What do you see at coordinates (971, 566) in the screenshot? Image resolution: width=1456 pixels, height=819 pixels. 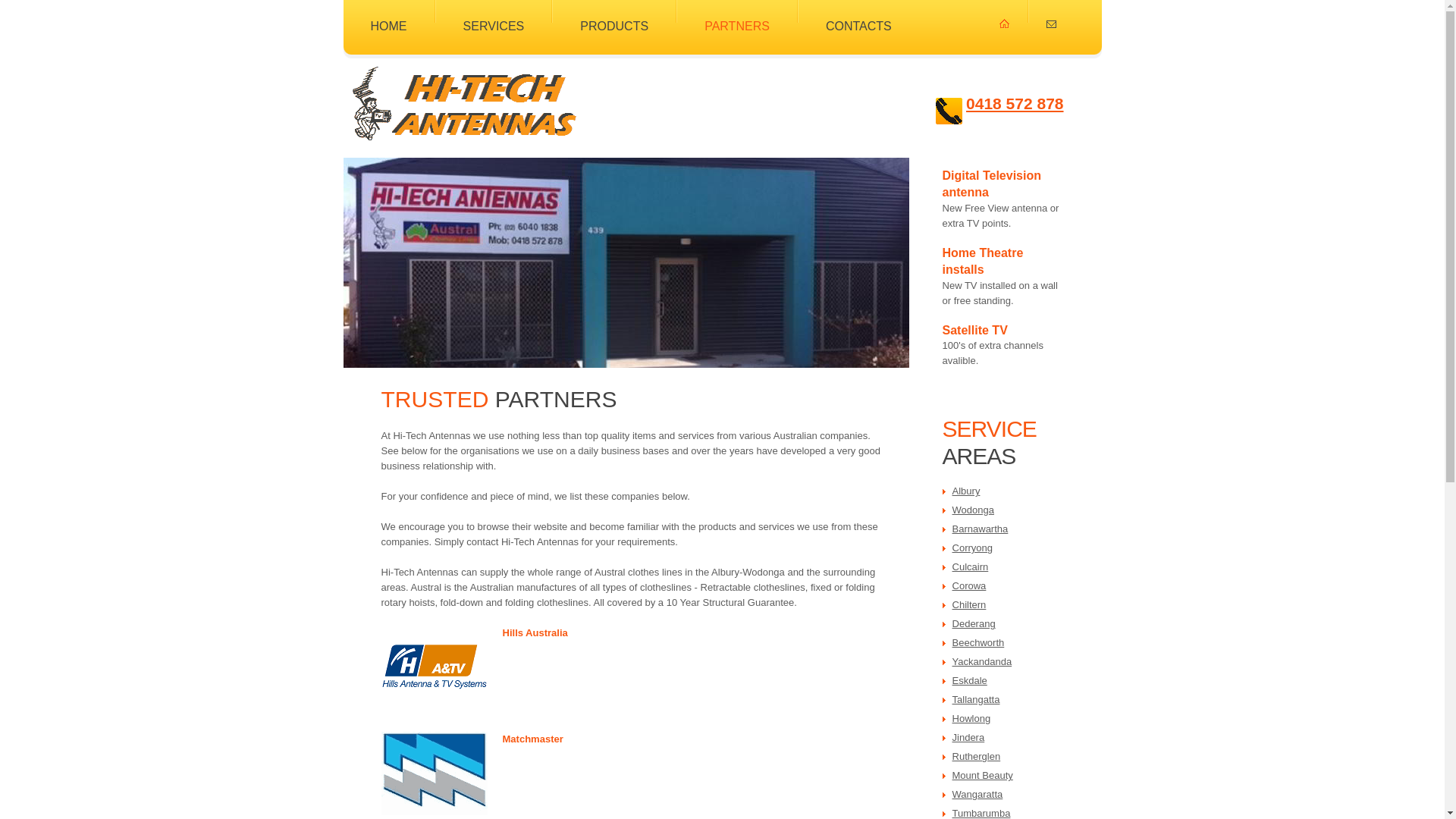 I see `'Culcairn'` at bounding box center [971, 566].